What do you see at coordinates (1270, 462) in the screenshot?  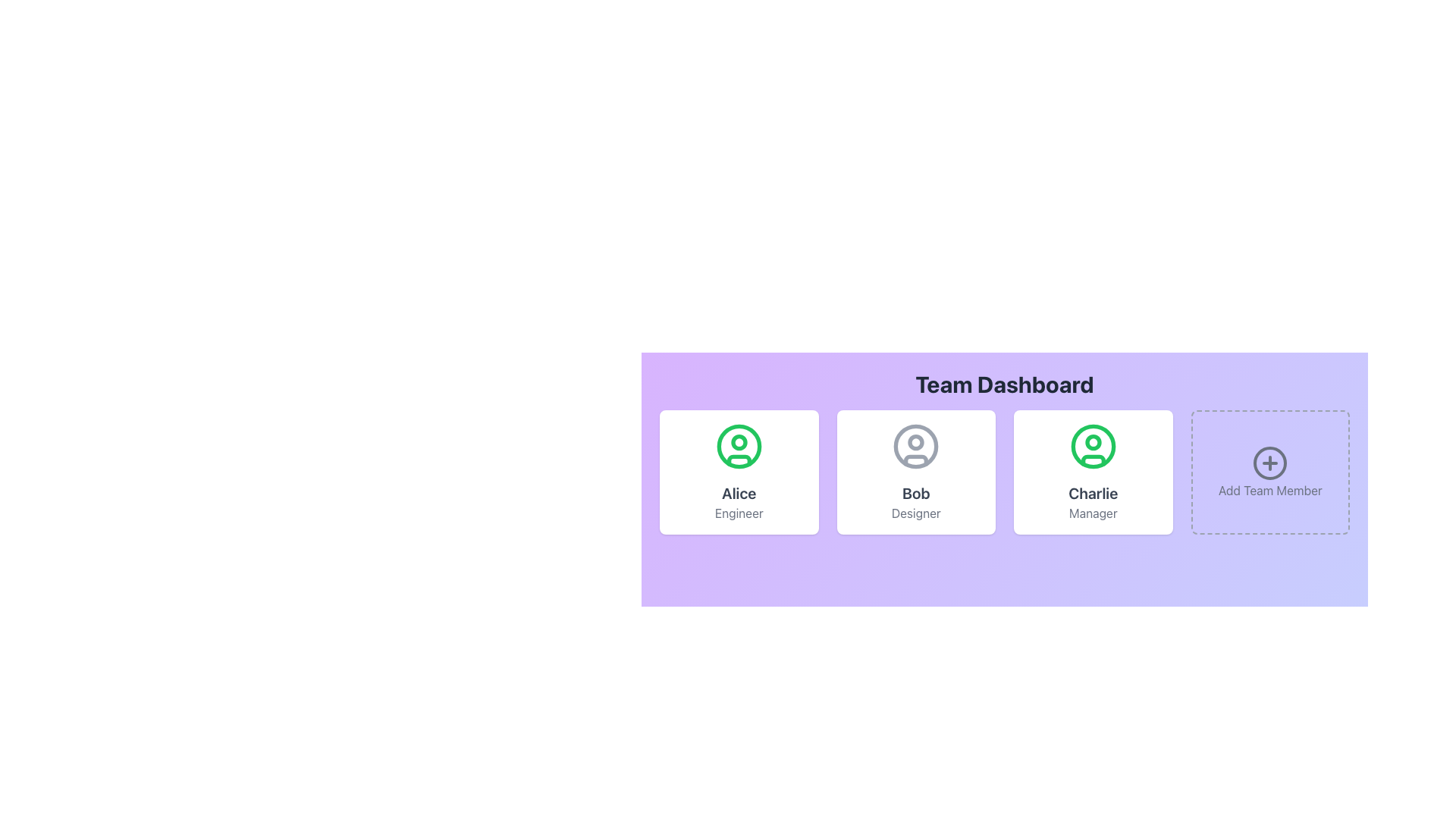 I see `the circular icon component of the 'Add Team Member' option in the purple-themed team dashboard interface` at bounding box center [1270, 462].